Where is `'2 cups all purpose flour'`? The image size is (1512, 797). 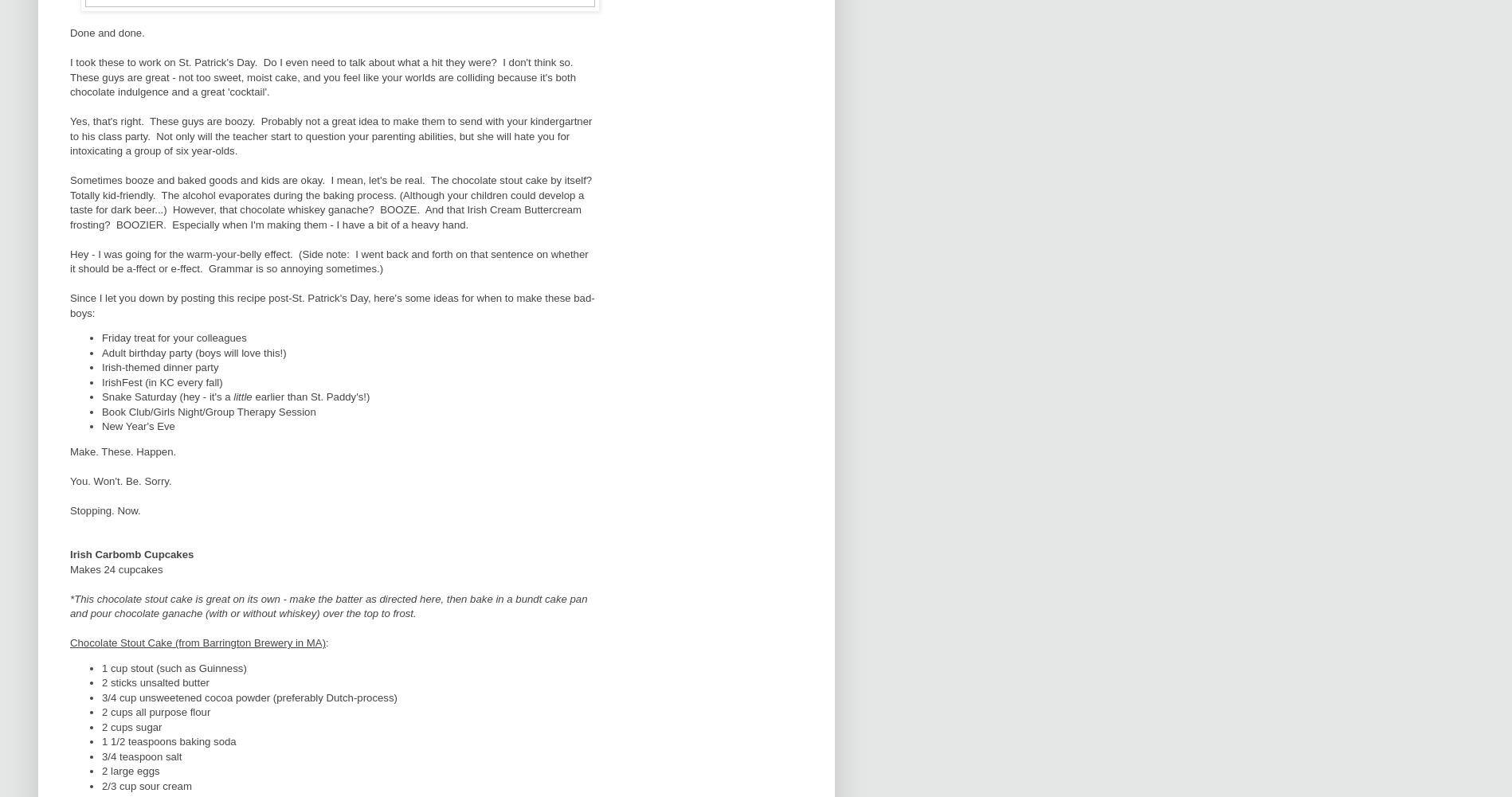
'2 cups all purpose flour' is located at coordinates (155, 712).